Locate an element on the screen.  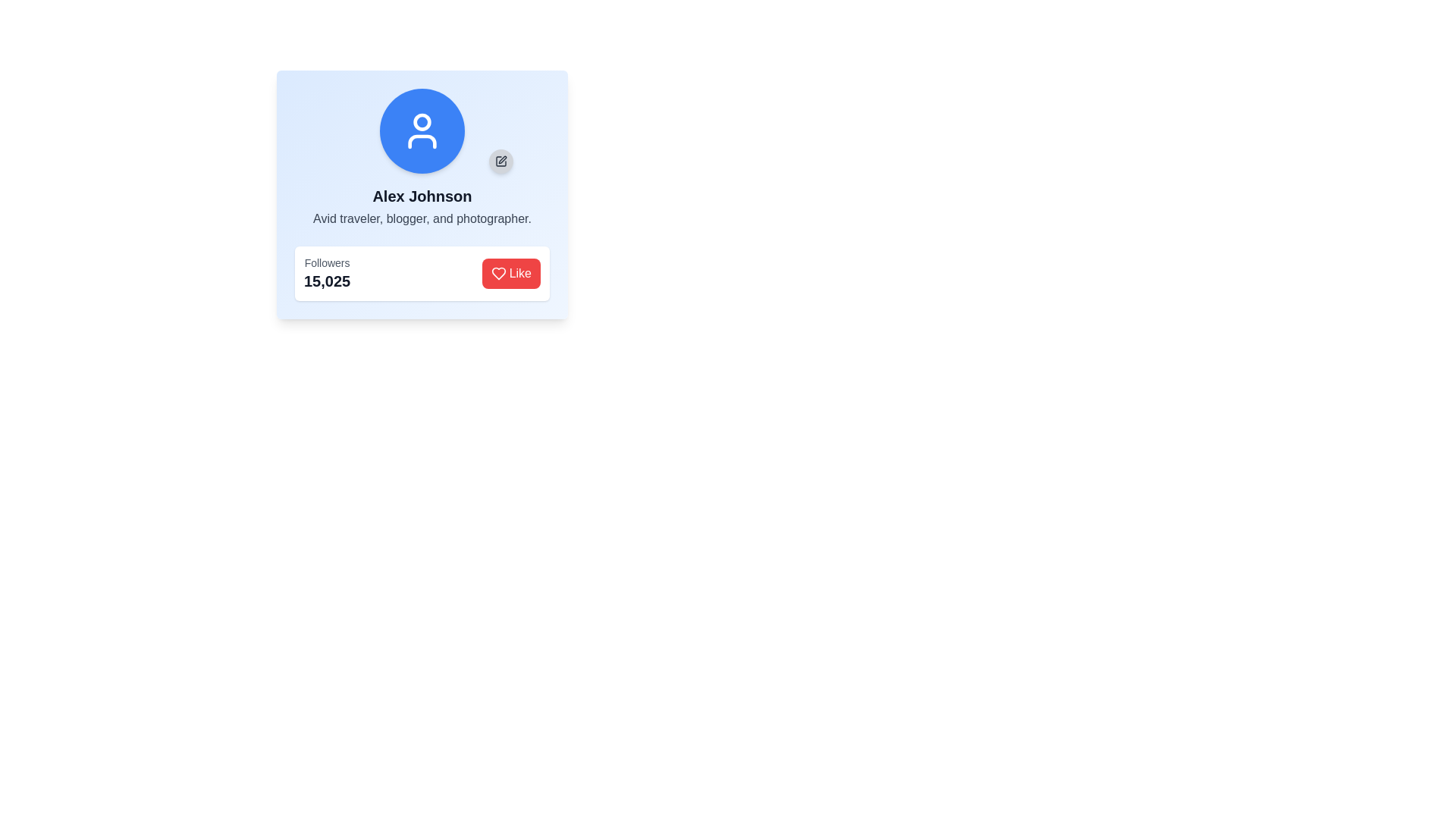
the user profile icon, which is a white line figure on a blue circular background, located at the center of the profile card above the text 'Alex Johnson' is located at coordinates (422, 130).